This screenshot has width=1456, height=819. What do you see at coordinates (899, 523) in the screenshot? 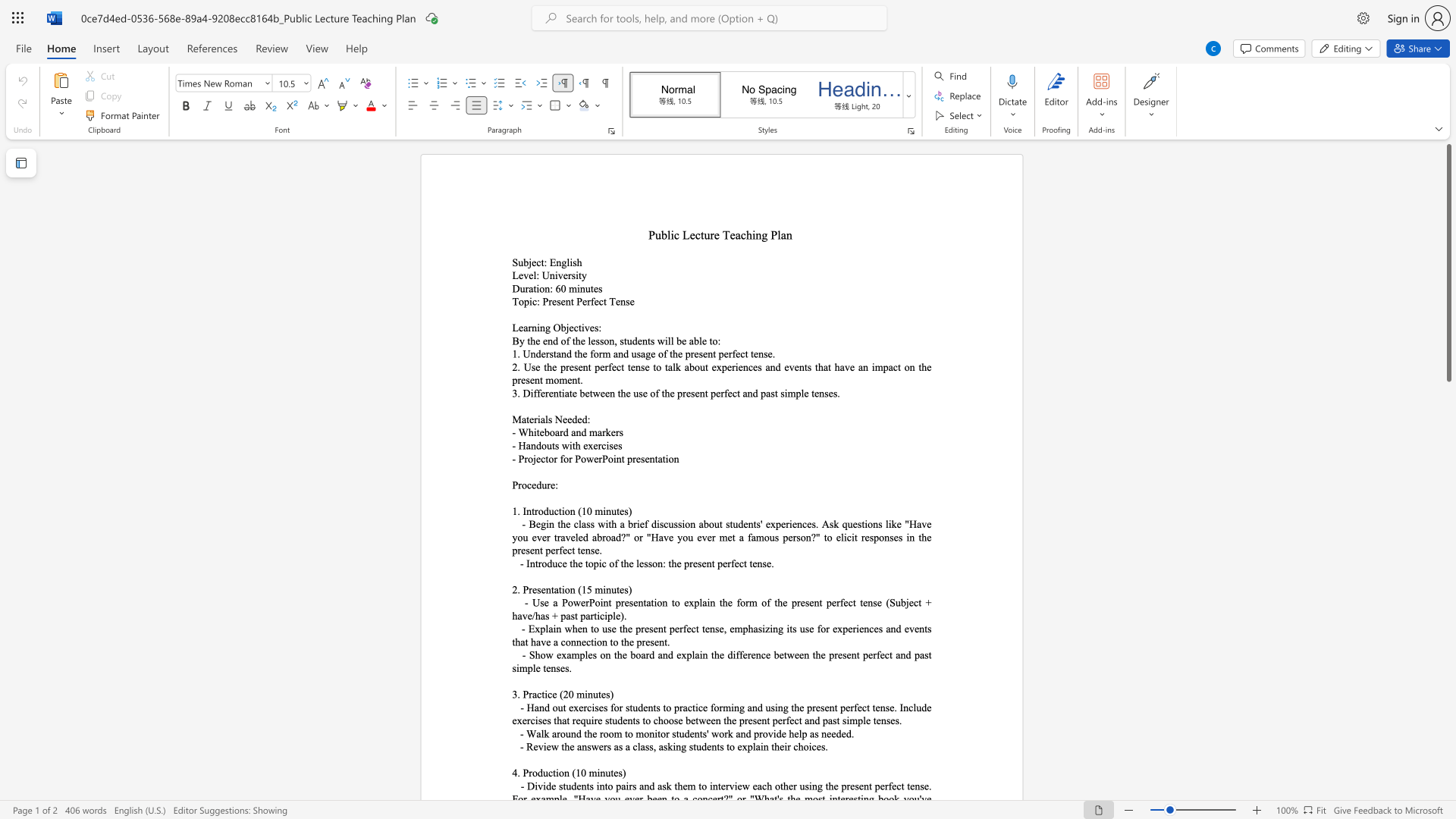
I see `the 10th character "e" in the text` at bounding box center [899, 523].